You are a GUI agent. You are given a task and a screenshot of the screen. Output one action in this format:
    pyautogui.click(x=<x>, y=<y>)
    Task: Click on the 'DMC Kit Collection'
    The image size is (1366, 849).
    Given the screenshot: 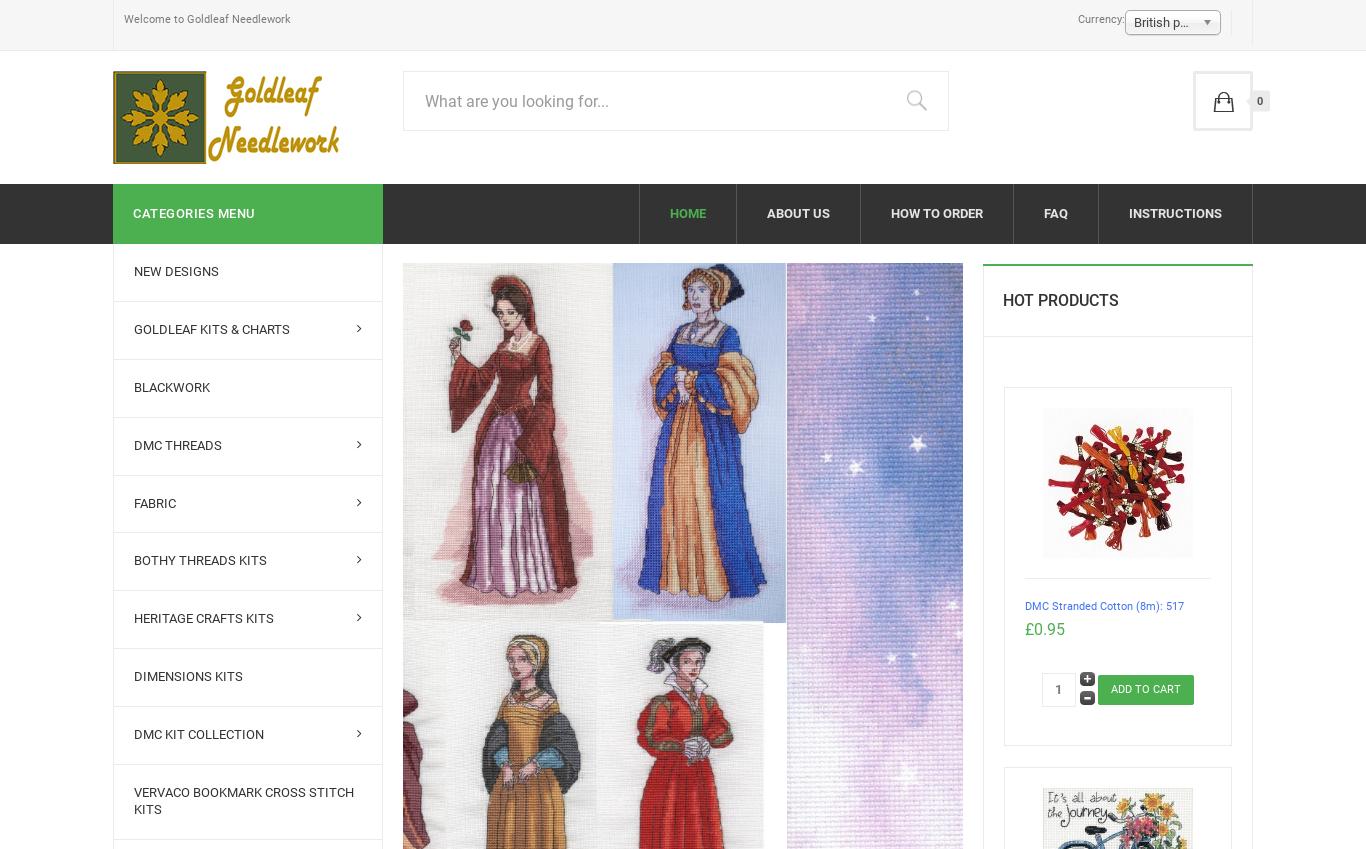 What is the action you would take?
    pyautogui.click(x=198, y=734)
    